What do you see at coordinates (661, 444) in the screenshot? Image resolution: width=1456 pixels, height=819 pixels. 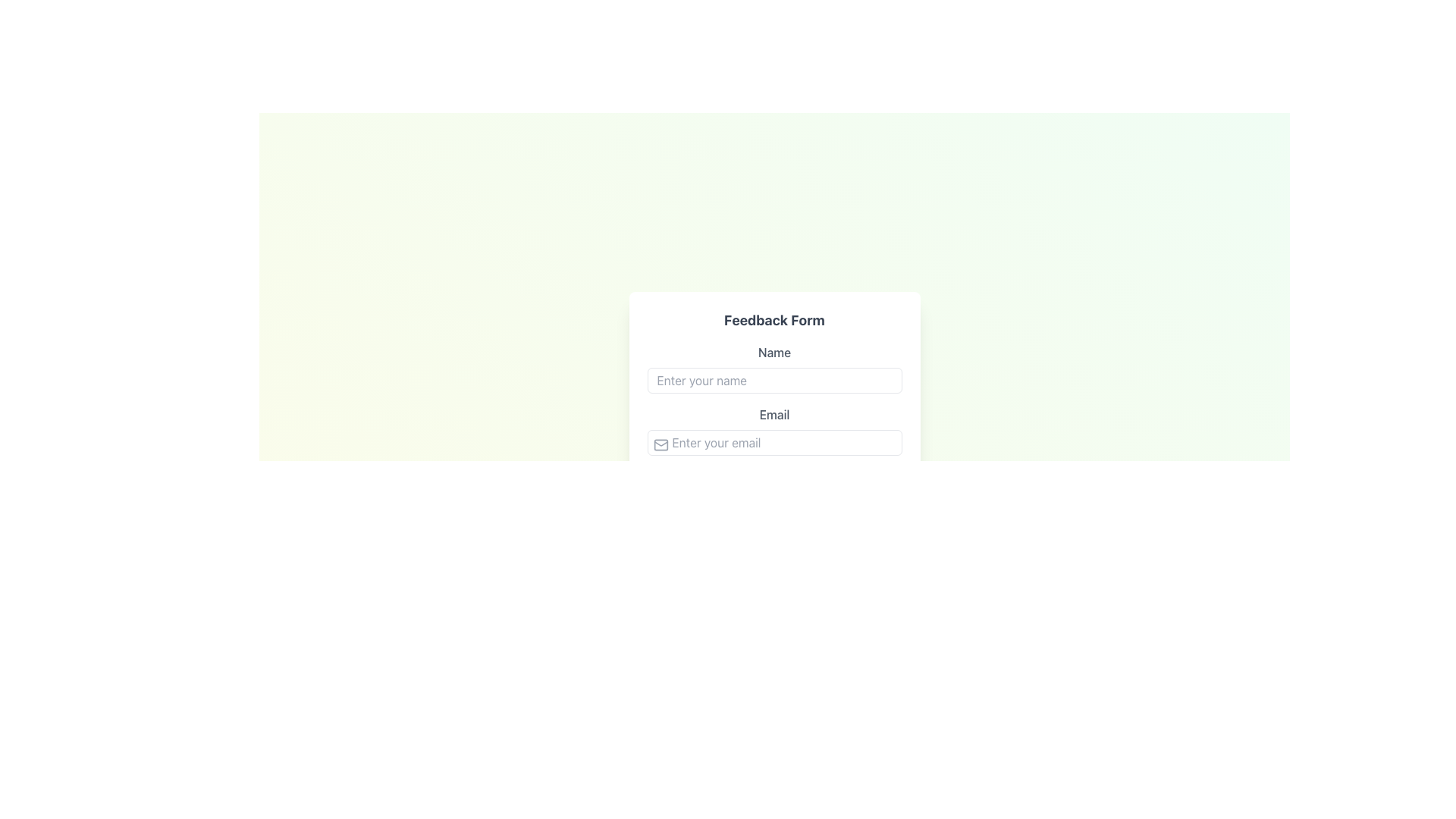 I see `the mail envelope icon, which is outlined with a box for the envelope body and a triangular flap, located on the left margin inside the email input field` at bounding box center [661, 444].